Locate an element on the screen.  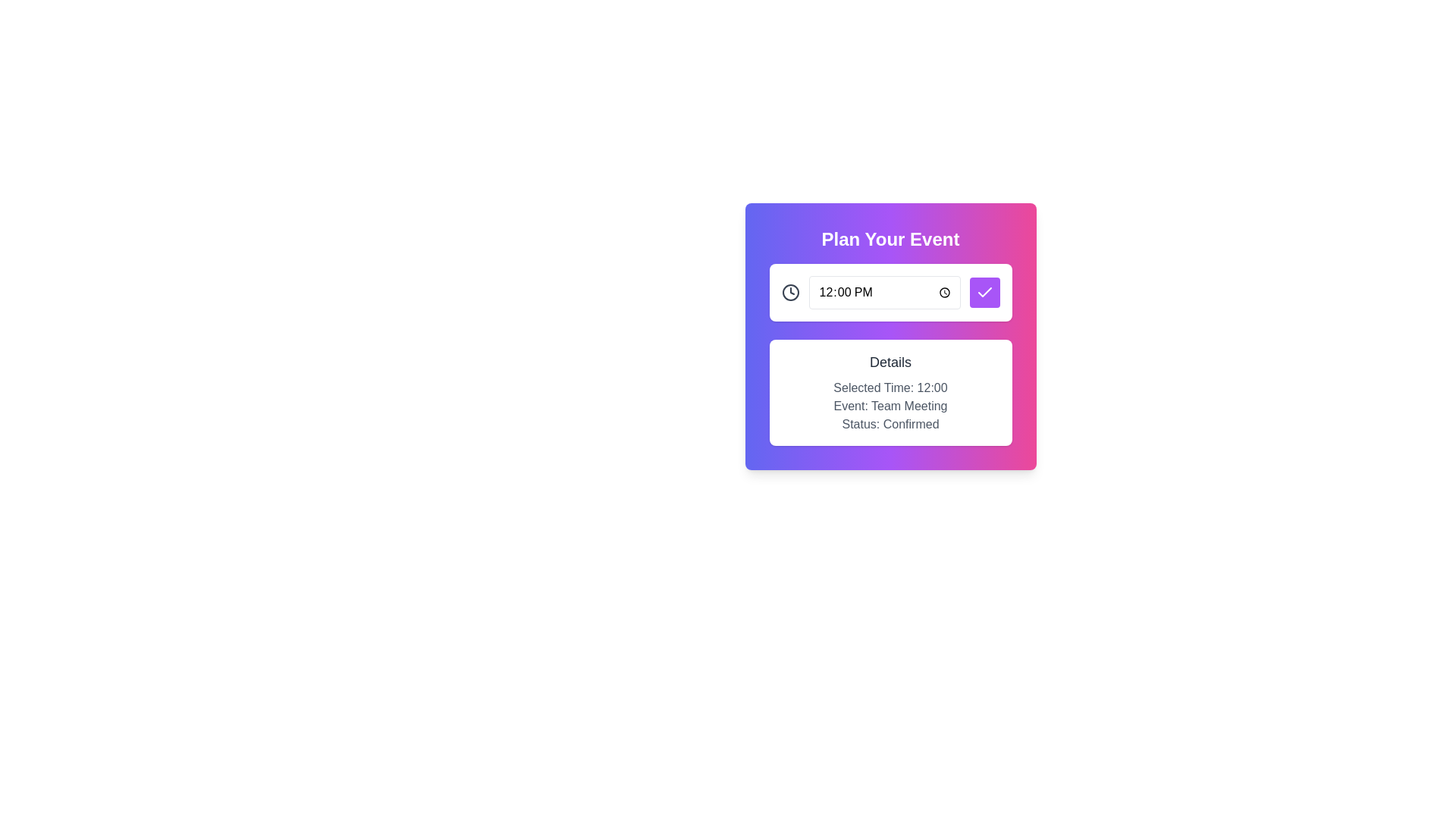
the visual indication of the check graphic icon located within the button to the right of the time input in the rectangular scheduling widget is located at coordinates (984, 292).